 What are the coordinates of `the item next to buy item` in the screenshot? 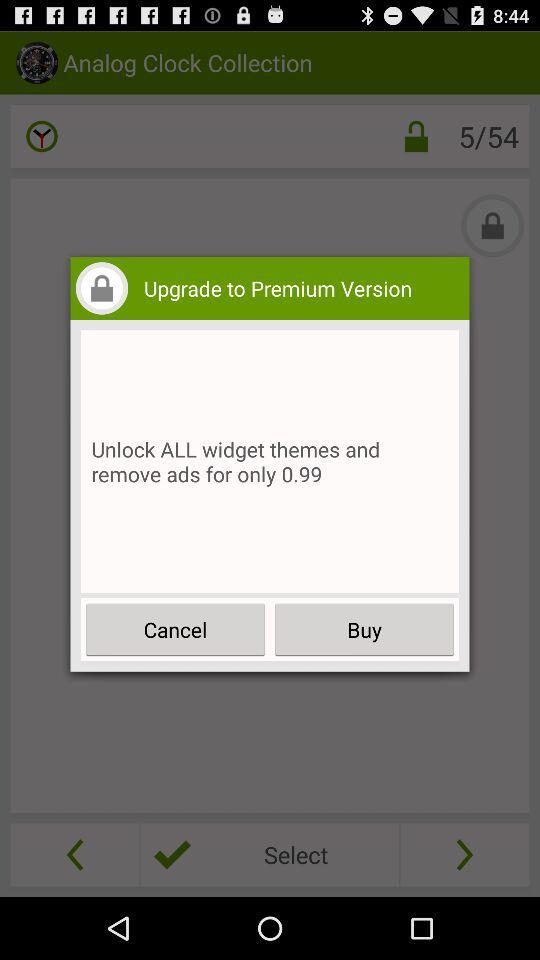 It's located at (175, 628).